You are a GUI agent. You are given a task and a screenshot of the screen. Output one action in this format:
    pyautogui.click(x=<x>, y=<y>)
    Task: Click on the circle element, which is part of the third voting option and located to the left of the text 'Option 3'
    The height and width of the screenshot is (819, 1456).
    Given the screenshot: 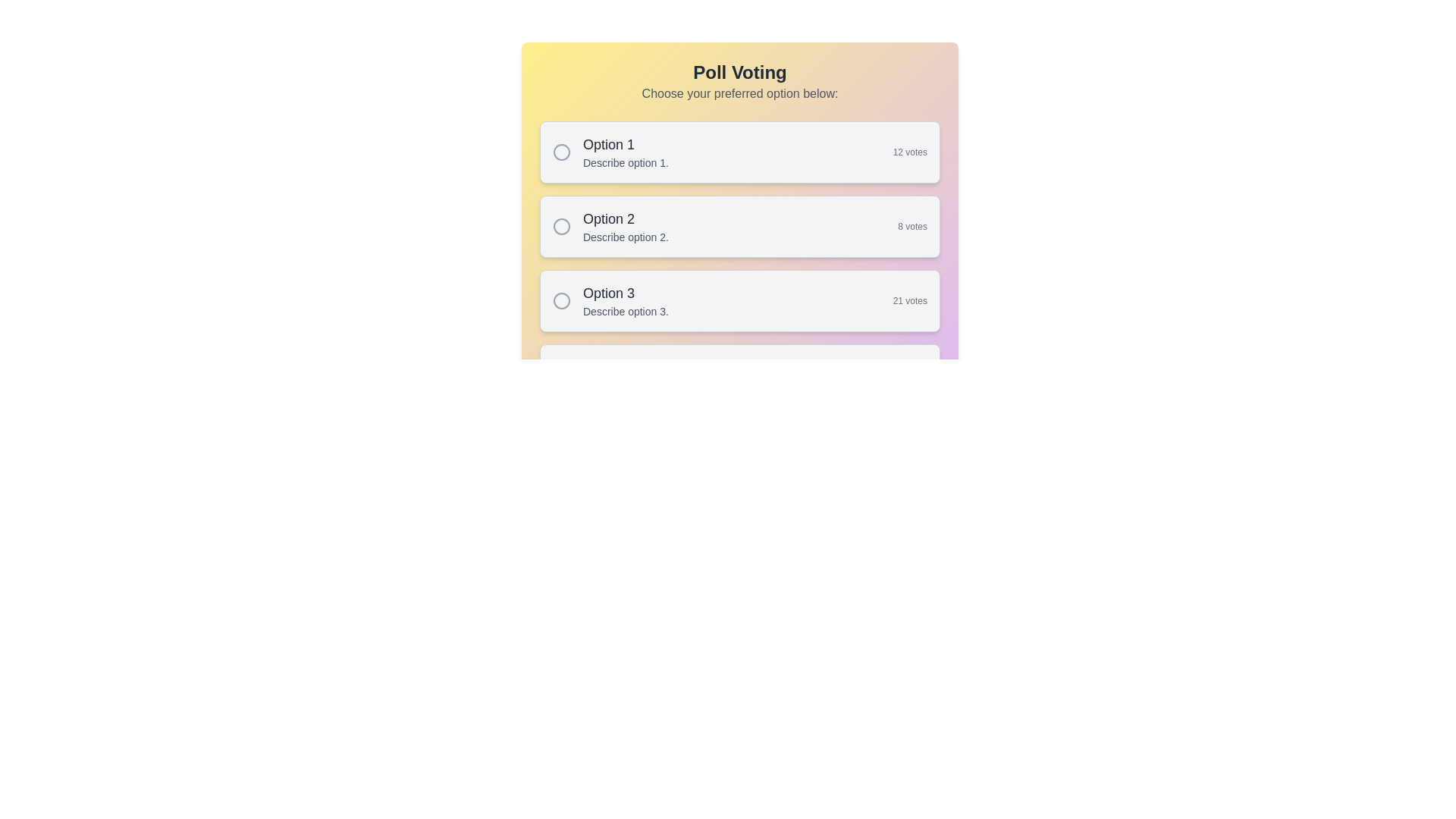 What is the action you would take?
    pyautogui.click(x=560, y=301)
    